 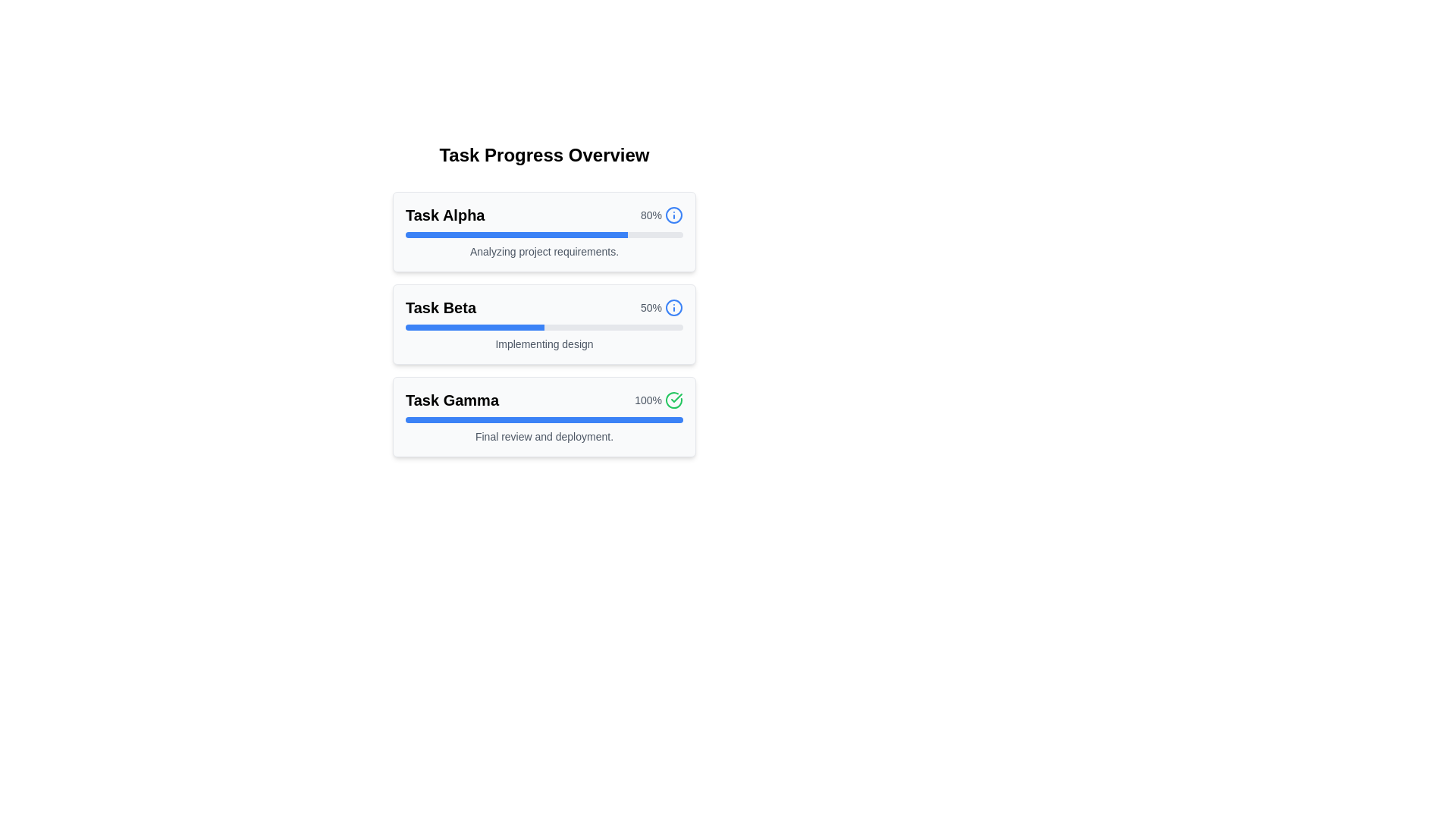 I want to click on the informational tooltip trigger icon located to the right of the '50%' text in the 'Task Beta' row, so click(x=673, y=307).